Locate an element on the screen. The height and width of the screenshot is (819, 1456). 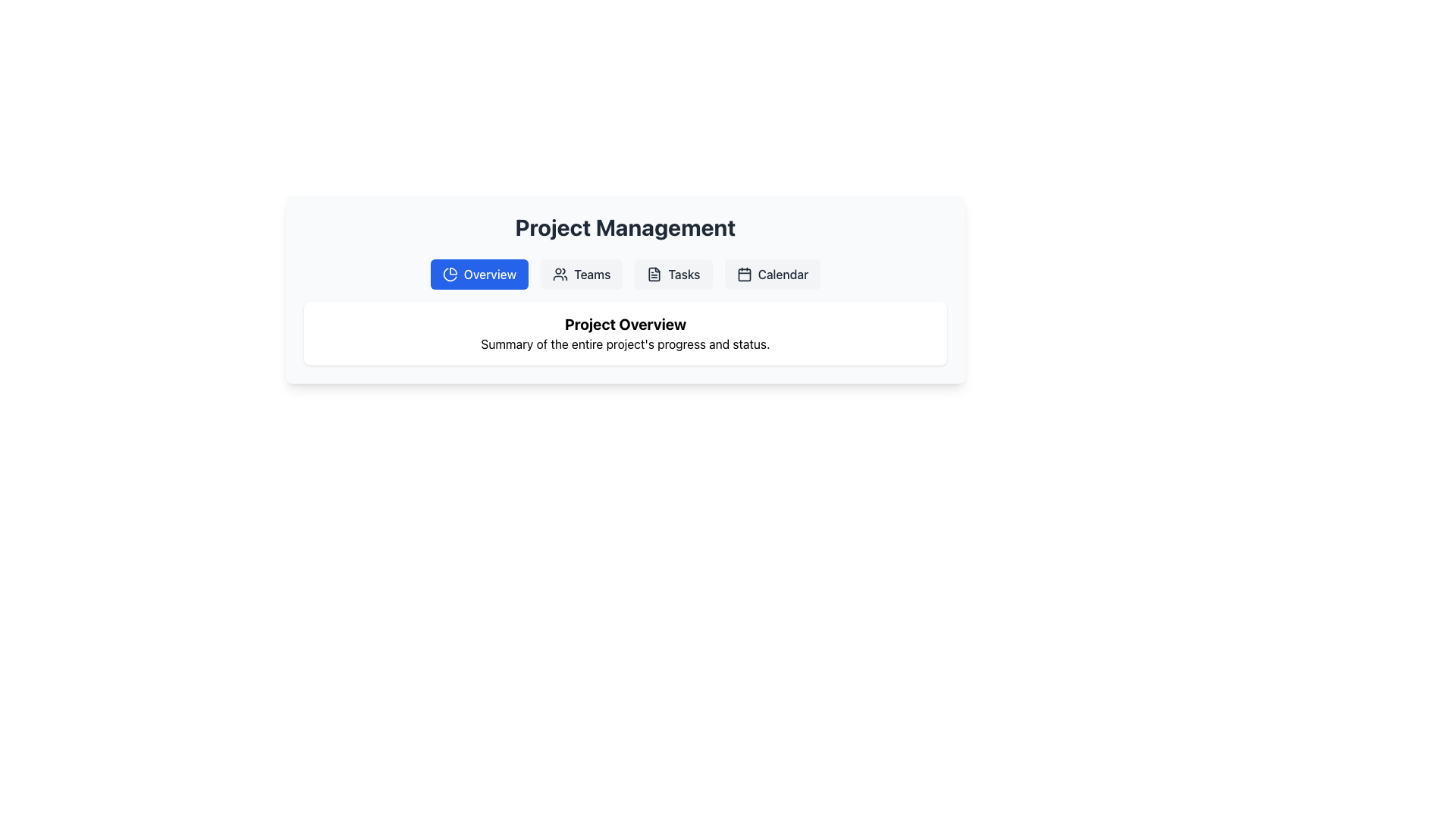
text content of the heading 'Project Overview', which is bold and large, centrally aligned above the descriptive text is located at coordinates (626, 324).